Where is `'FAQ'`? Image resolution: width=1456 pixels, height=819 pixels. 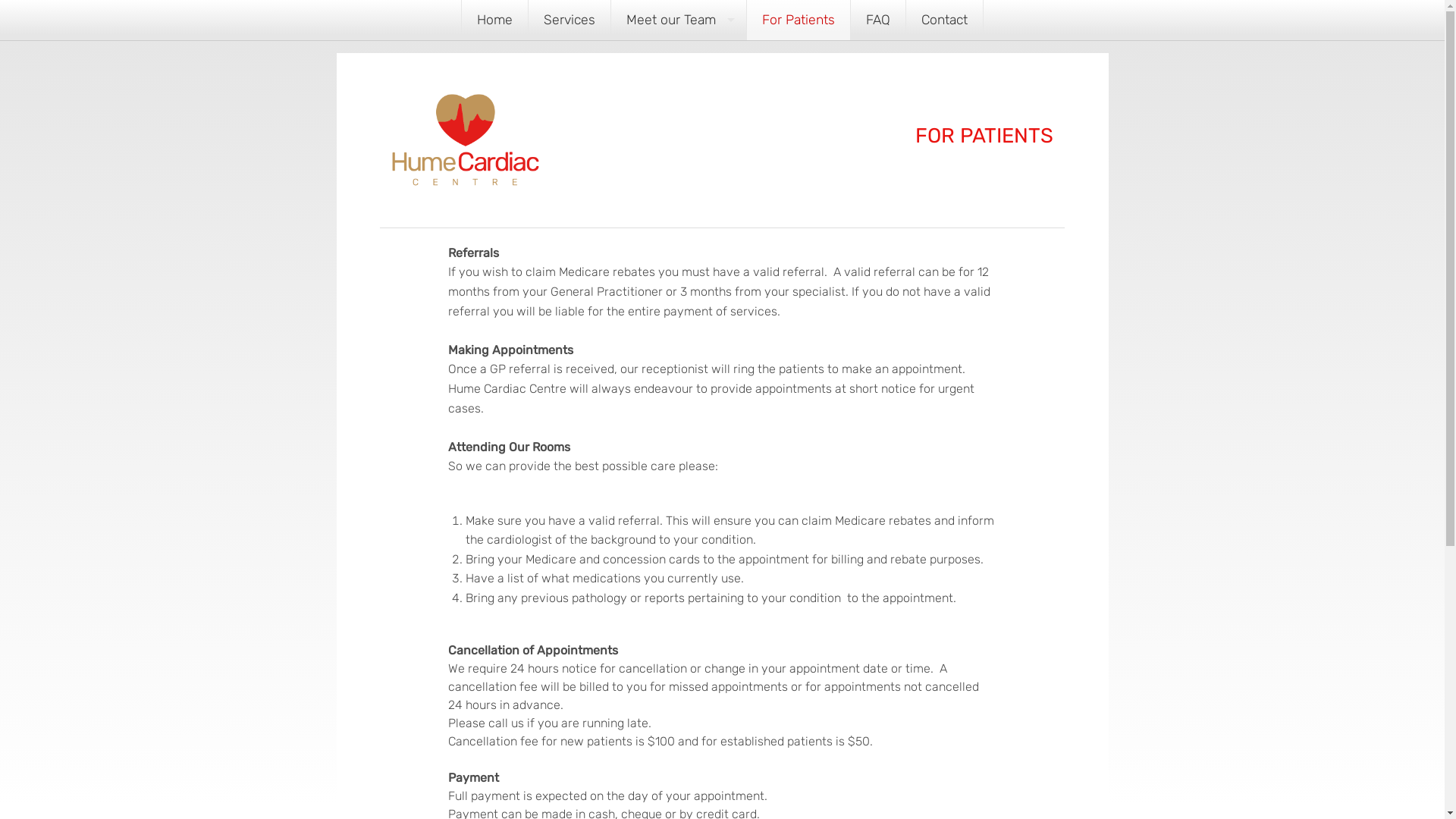
'FAQ' is located at coordinates (877, 20).